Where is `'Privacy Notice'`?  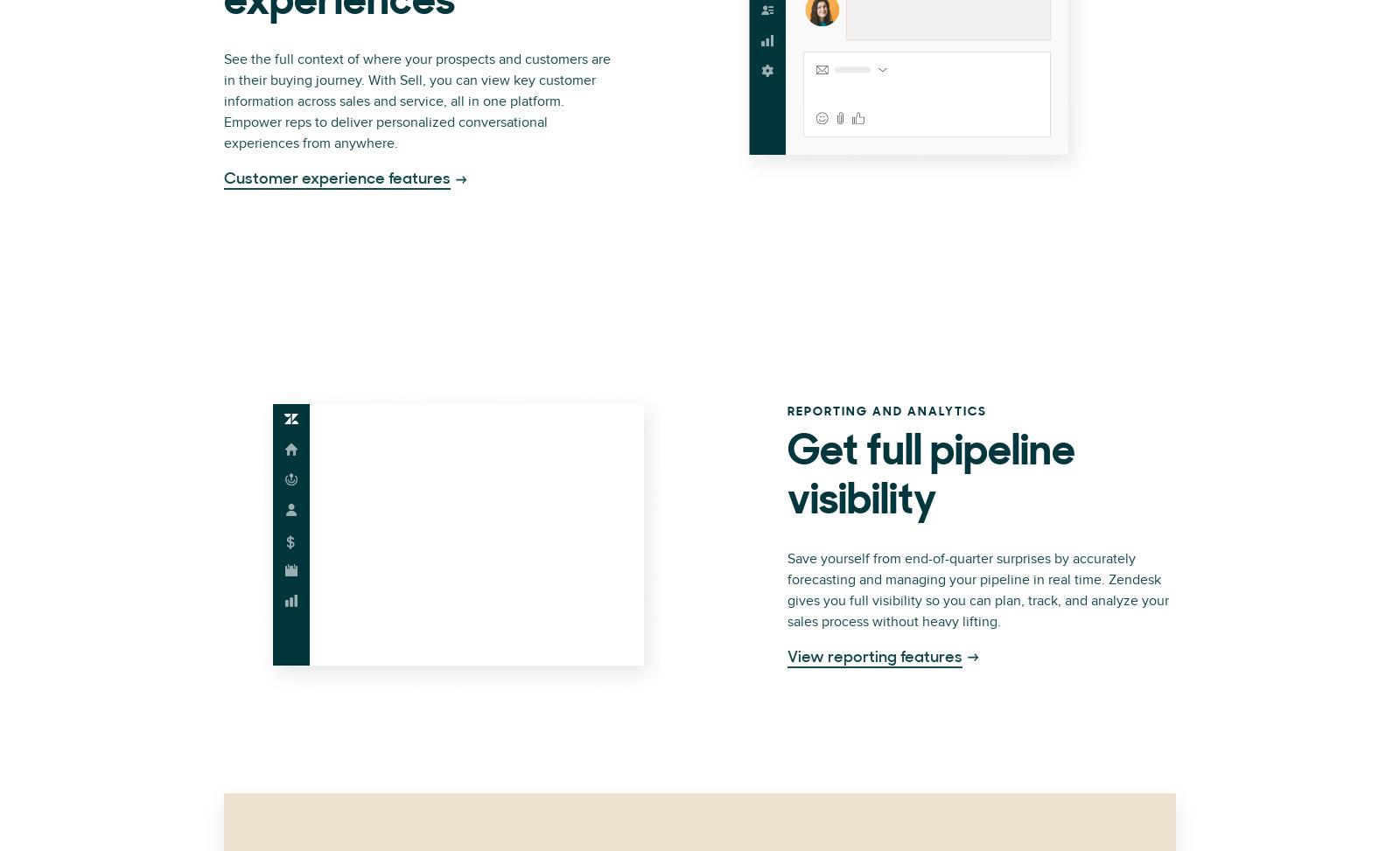 'Privacy Notice' is located at coordinates (329, 536).